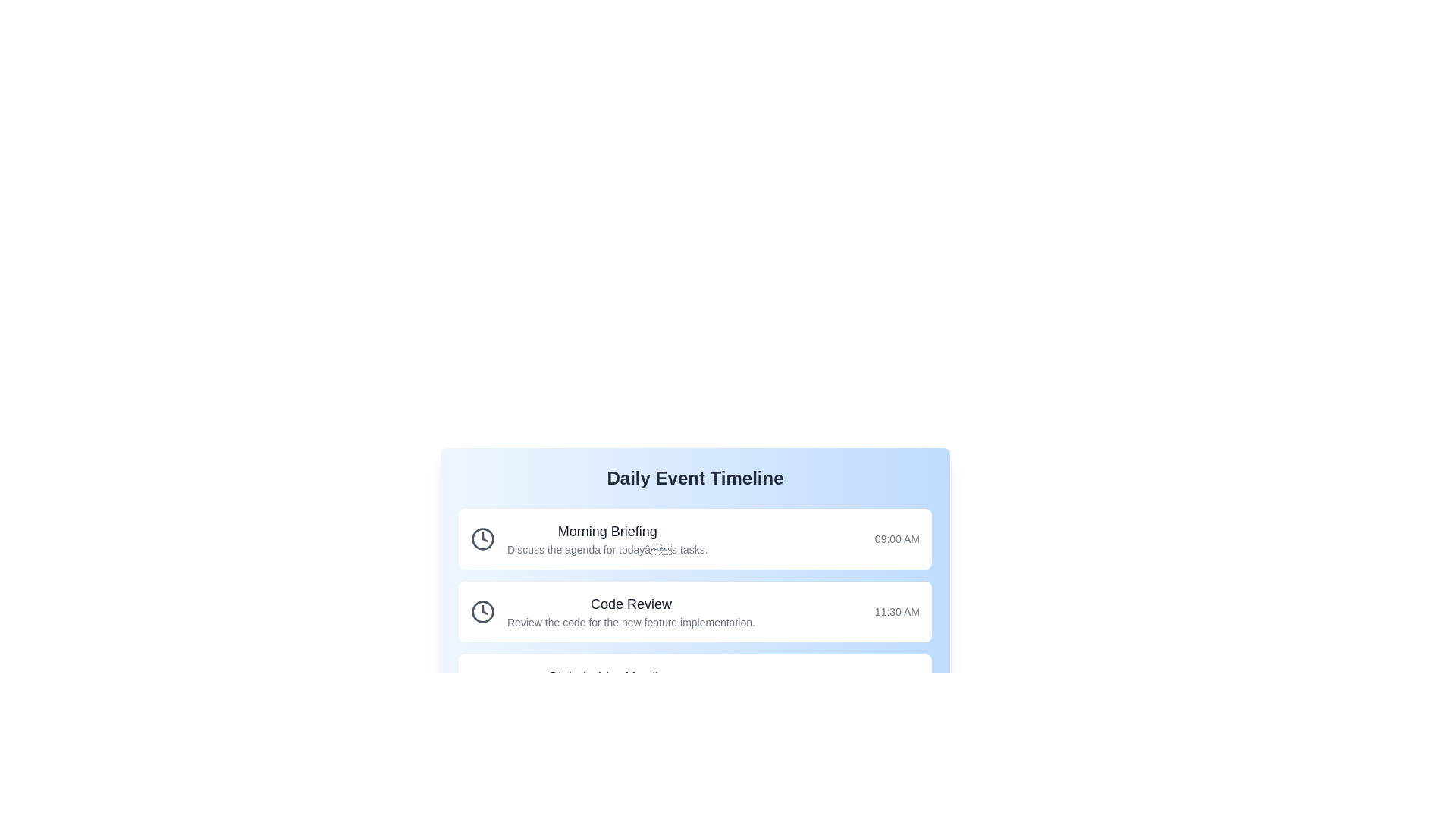  What do you see at coordinates (694, 610) in the screenshot?
I see `the event titled Code Review to trigger its detailed view` at bounding box center [694, 610].